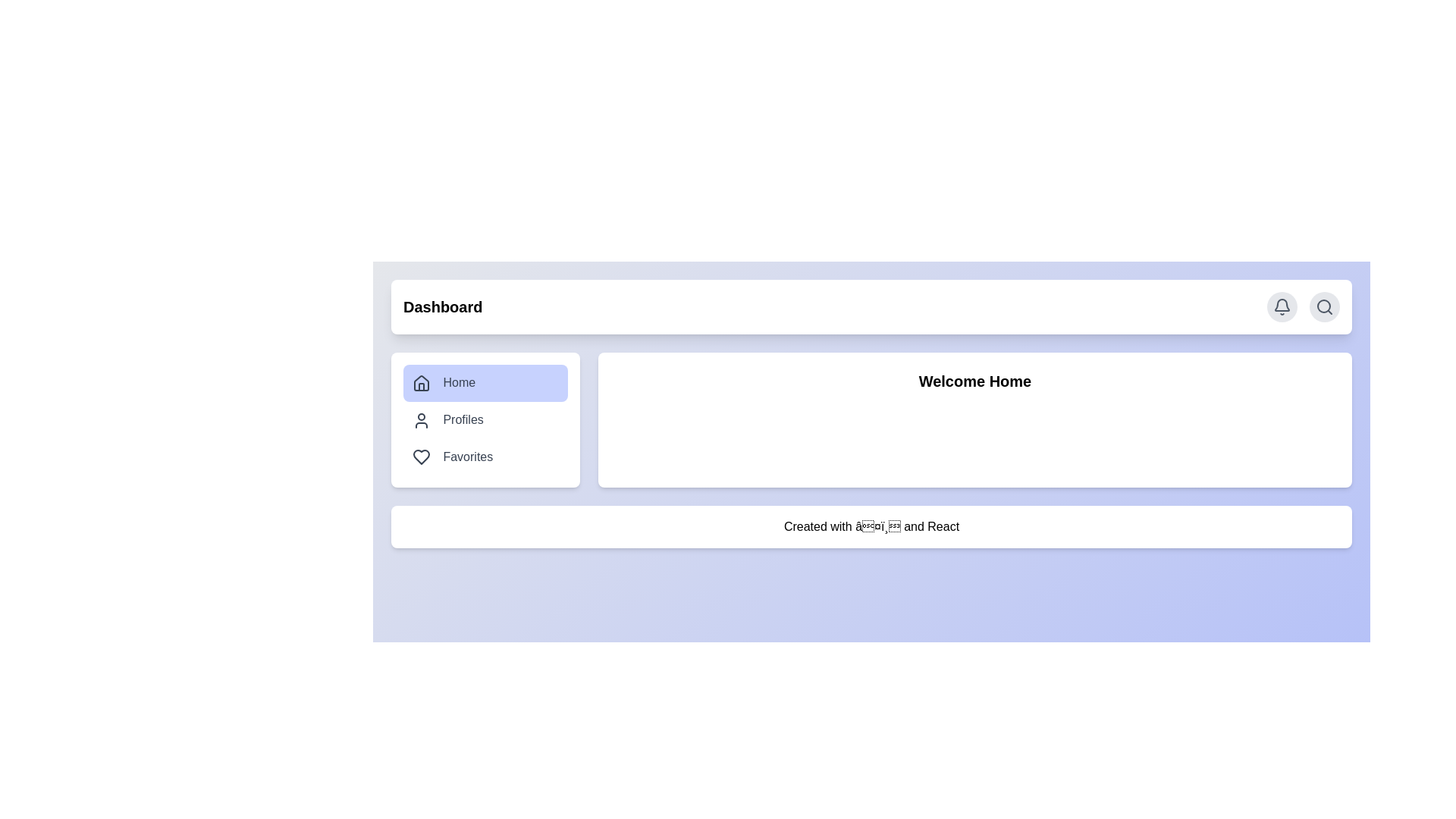 The height and width of the screenshot is (819, 1456). Describe the element at coordinates (485, 420) in the screenshot. I see `the navigation menu entries` at that location.